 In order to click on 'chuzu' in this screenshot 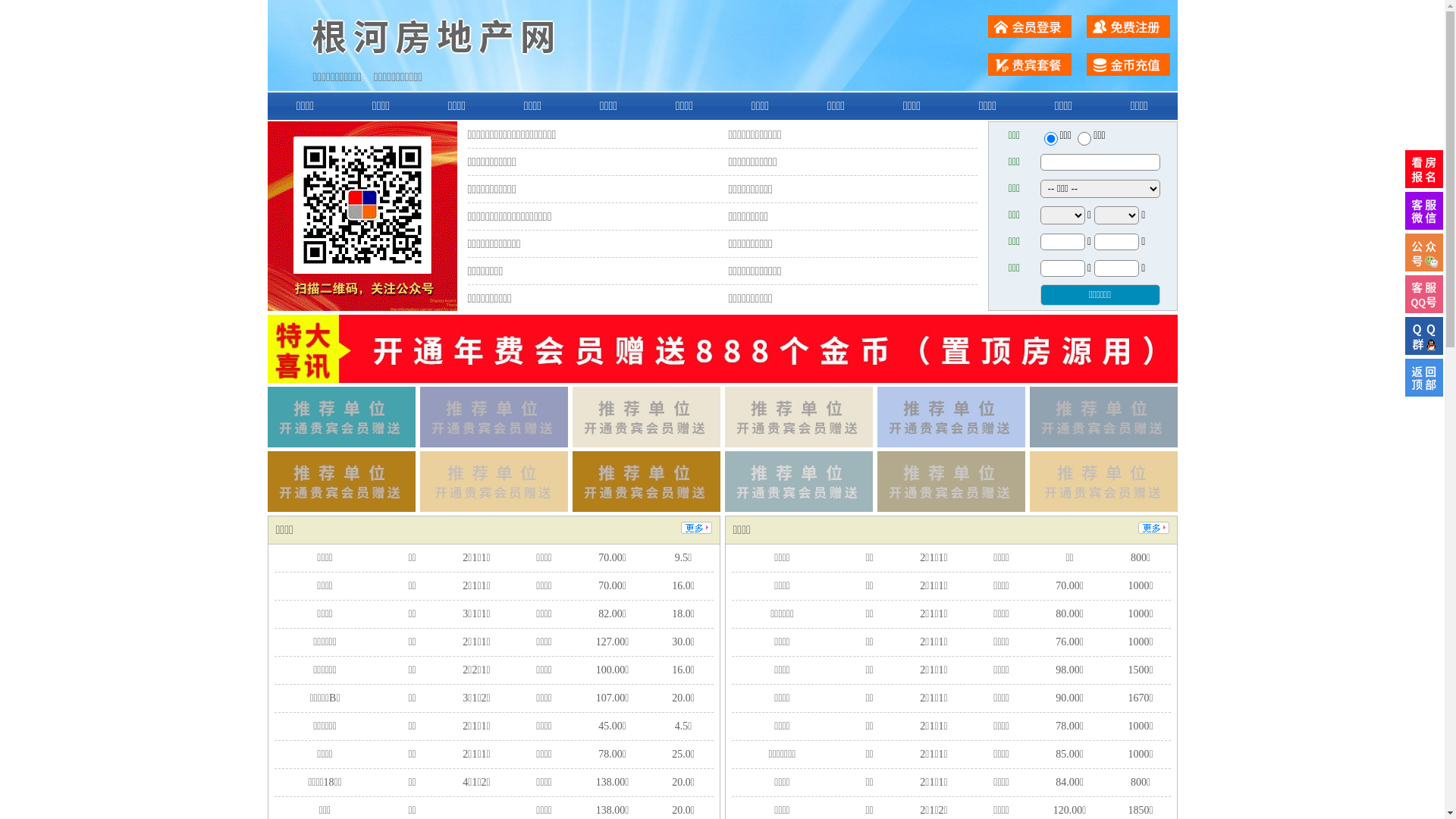, I will do `click(1076, 138)`.